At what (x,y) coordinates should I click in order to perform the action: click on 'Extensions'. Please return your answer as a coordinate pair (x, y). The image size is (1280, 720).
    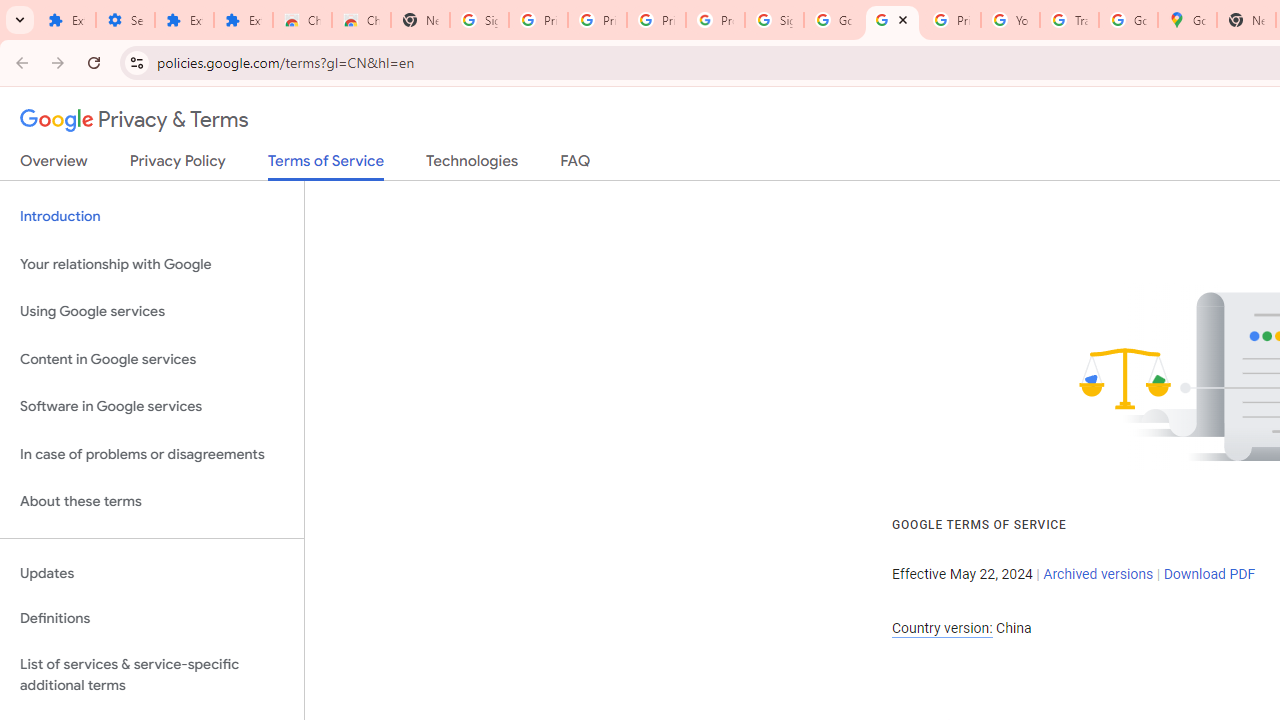
    Looking at the image, I should click on (184, 20).